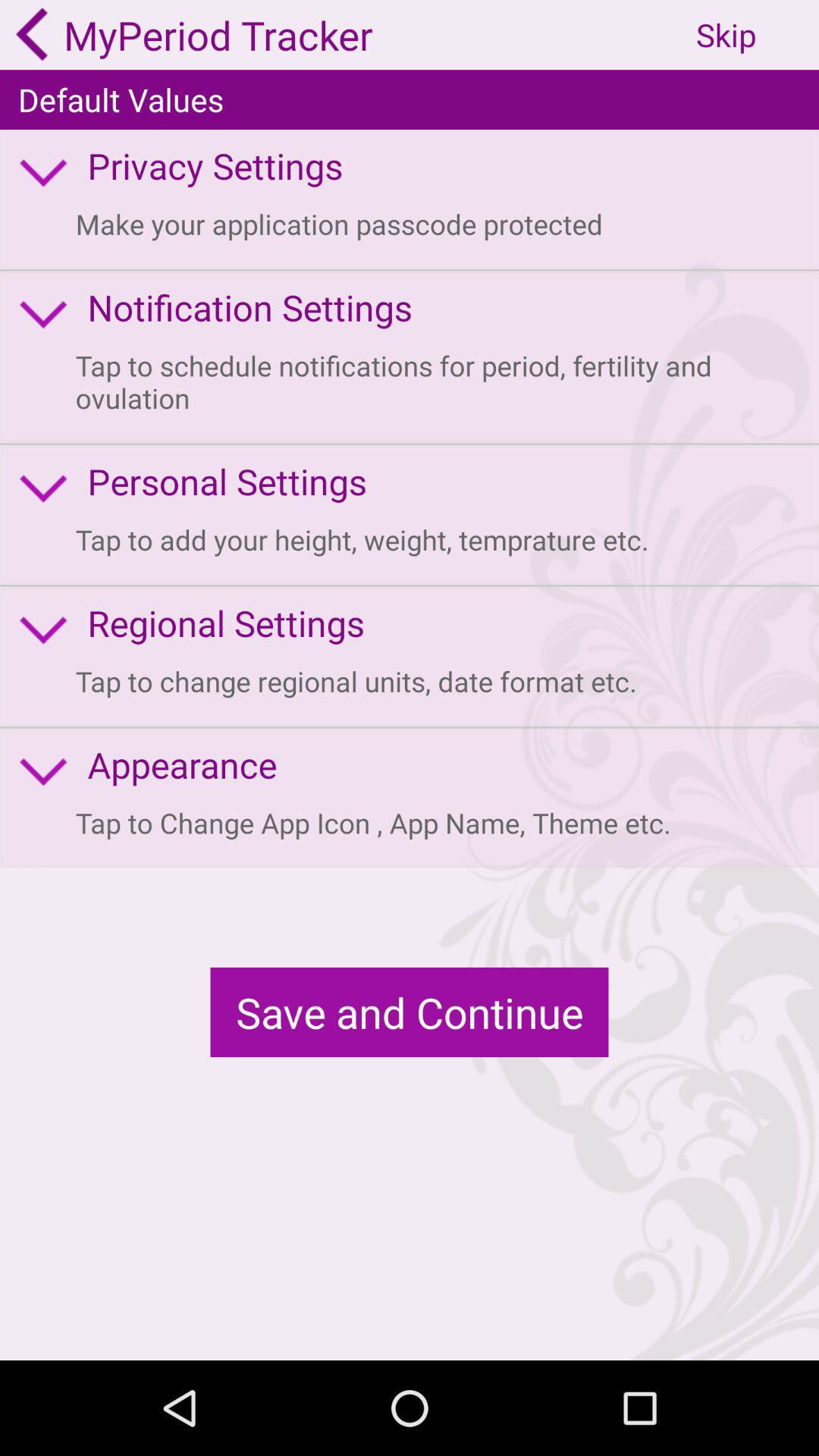 Image resolution: width=819 pixels, height=1456 pixels. Describe the element at coordinates (32, 36) in the screenshot. I see `the arrow_backward icon` at that location.